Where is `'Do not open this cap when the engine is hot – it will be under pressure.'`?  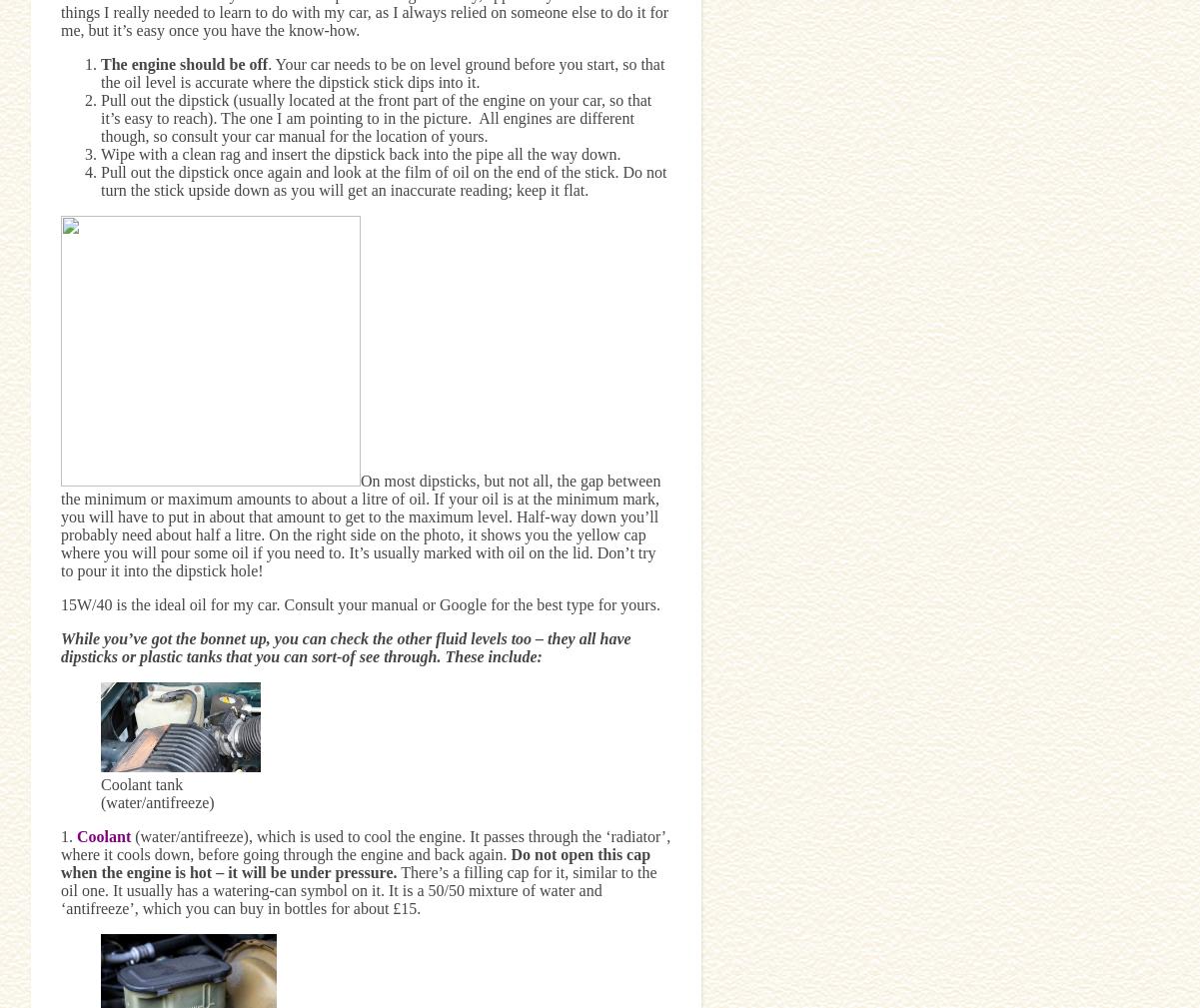
'Do not open this cap when the engine is hot – it will be under pressure.' is located at coordinates (354, 862).